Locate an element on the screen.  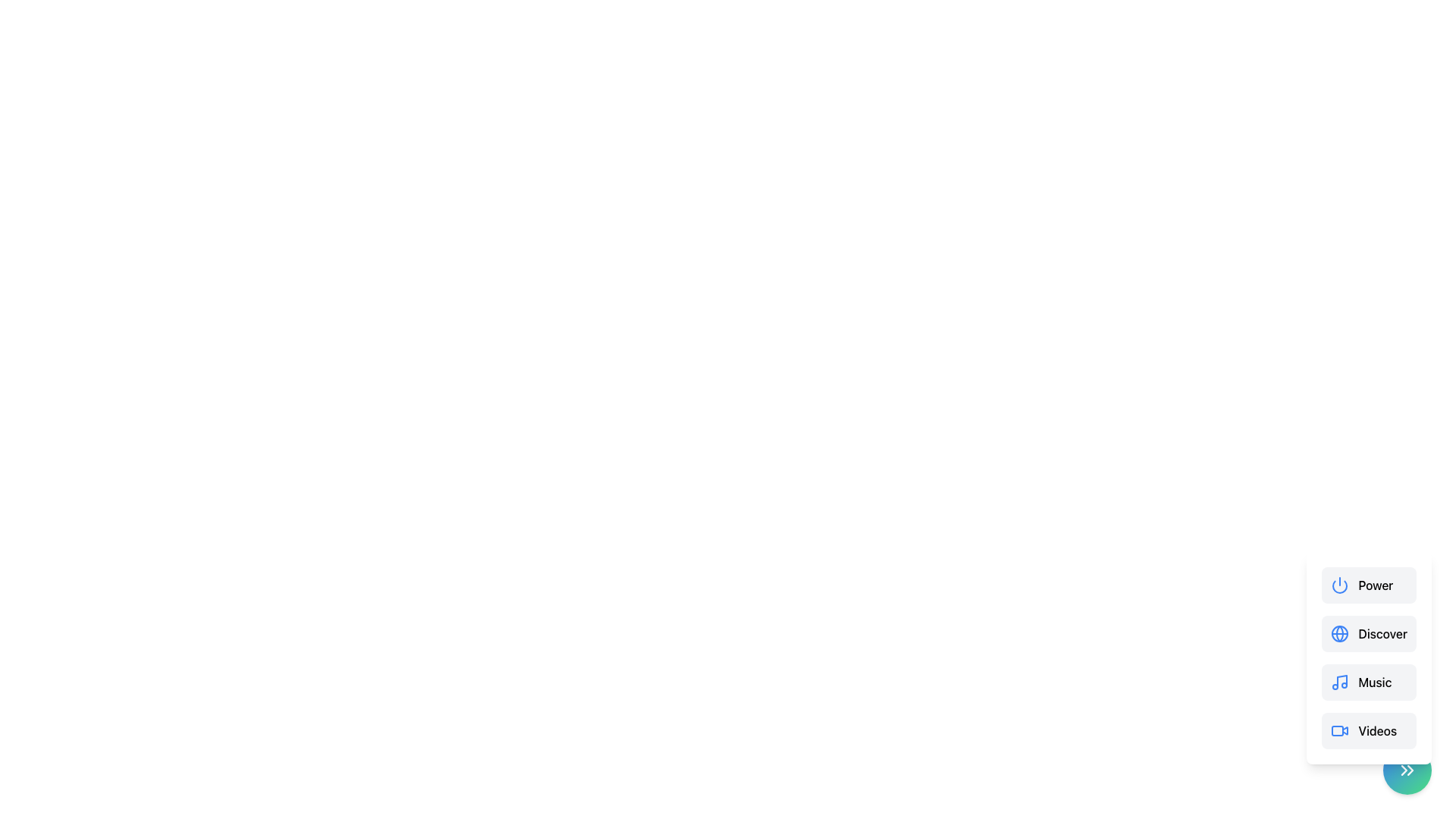
the right-facing double-chevron icon is located at coordinates (1407, 770).